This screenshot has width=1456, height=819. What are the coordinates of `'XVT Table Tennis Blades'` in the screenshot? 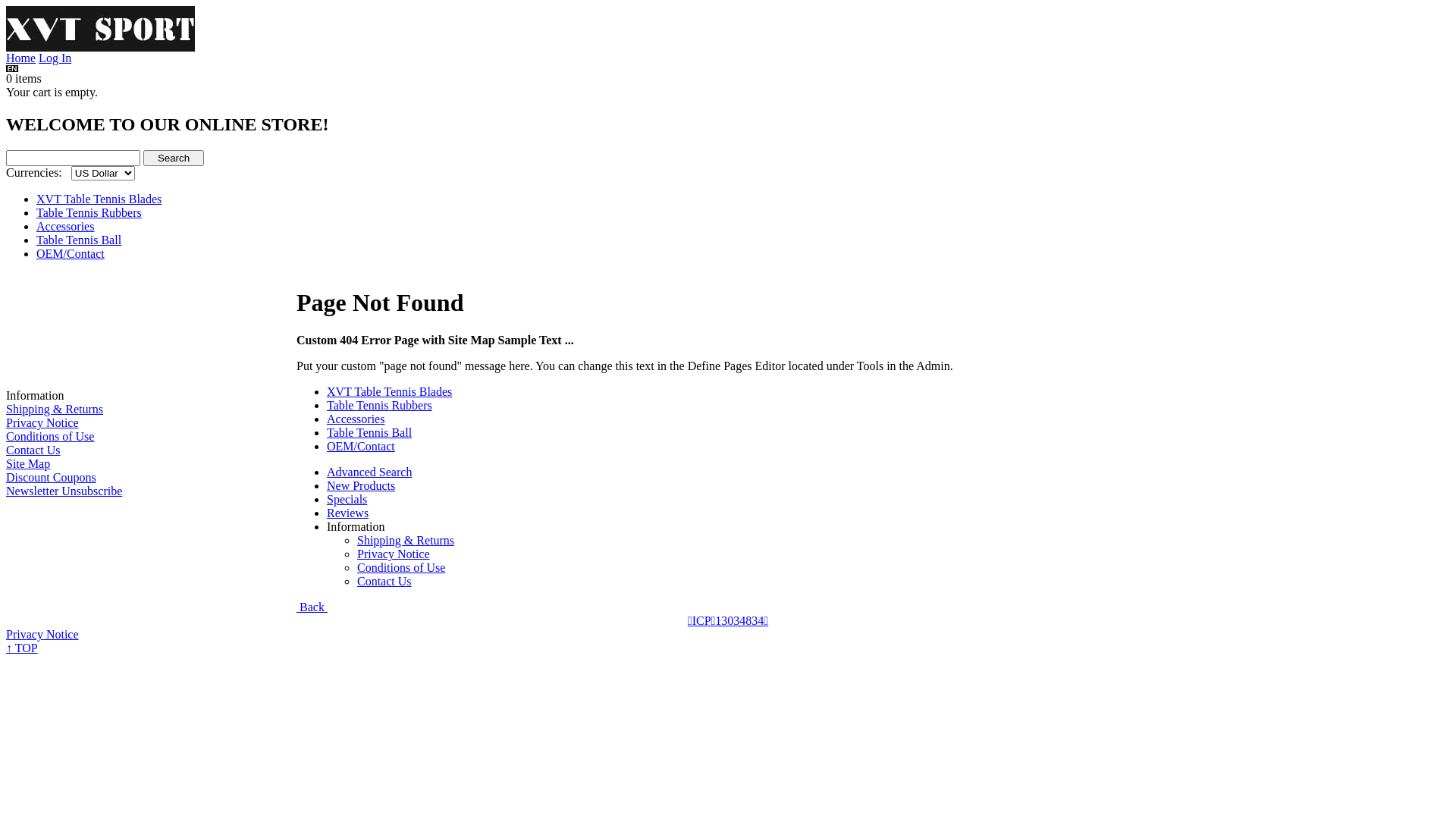 It's located at (98, 198).